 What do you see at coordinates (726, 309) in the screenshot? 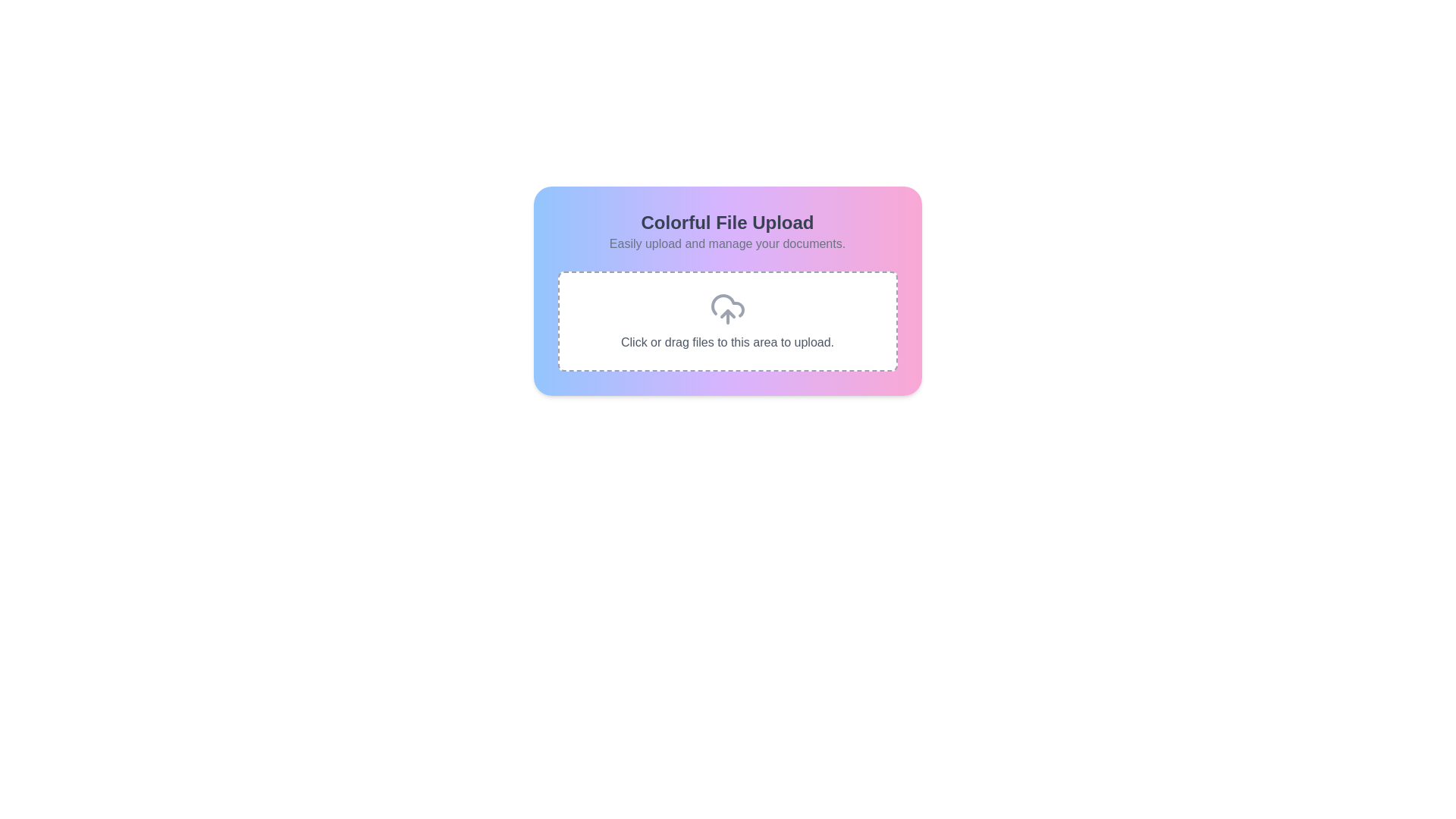
I see `the file upload icon located centrally above the text 'Click or drag files to this area to upload.'` at bounding box center [726, 309].